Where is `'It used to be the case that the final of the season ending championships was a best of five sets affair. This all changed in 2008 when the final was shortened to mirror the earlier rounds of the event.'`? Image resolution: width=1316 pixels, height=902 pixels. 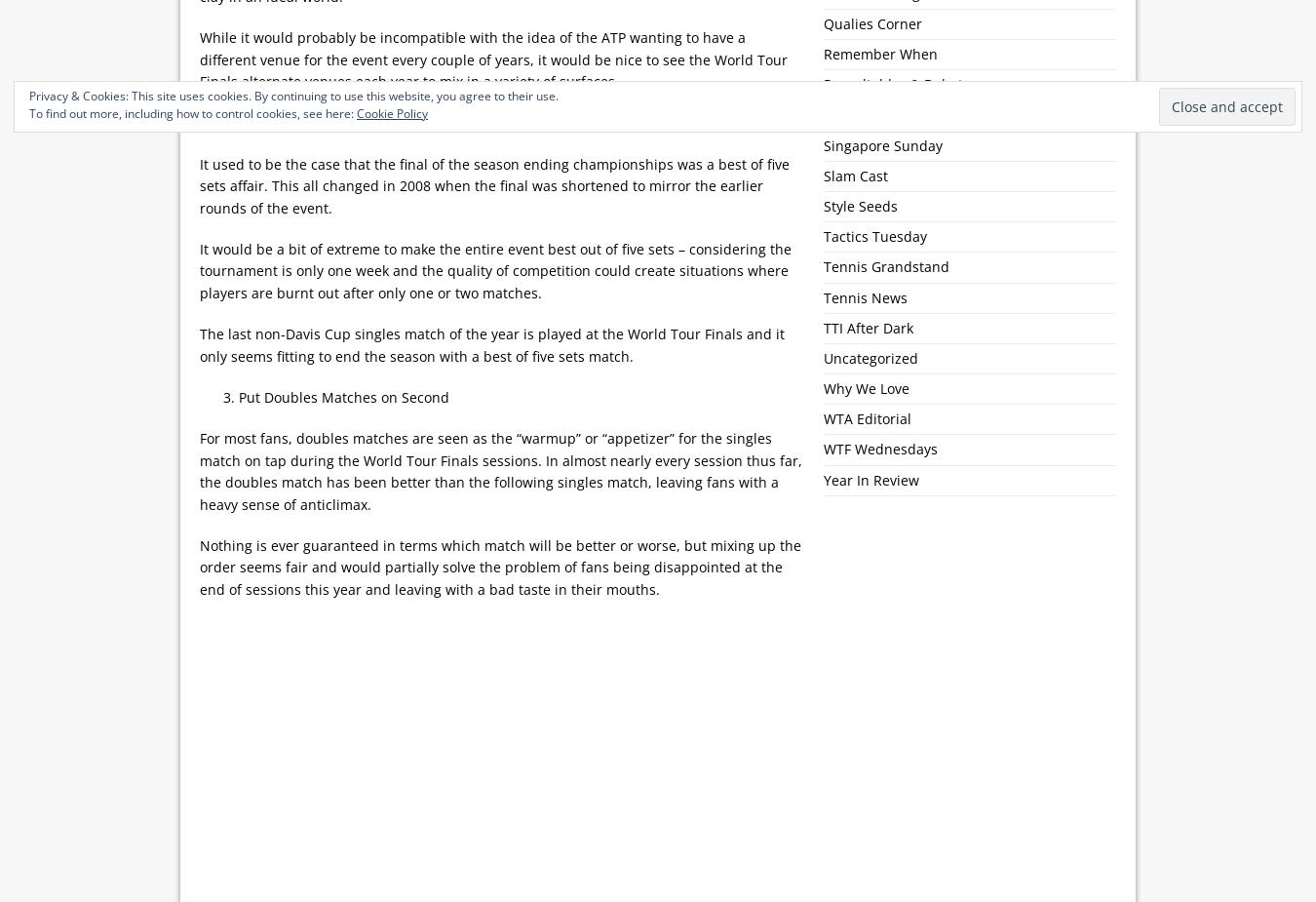 'It used to be the case that the final of the season ending championships was a best of five sets affair. This all changed in 2008 when the final was shortened to mirror the earlier rounds of the event.' is located at coordinates (493, 183).